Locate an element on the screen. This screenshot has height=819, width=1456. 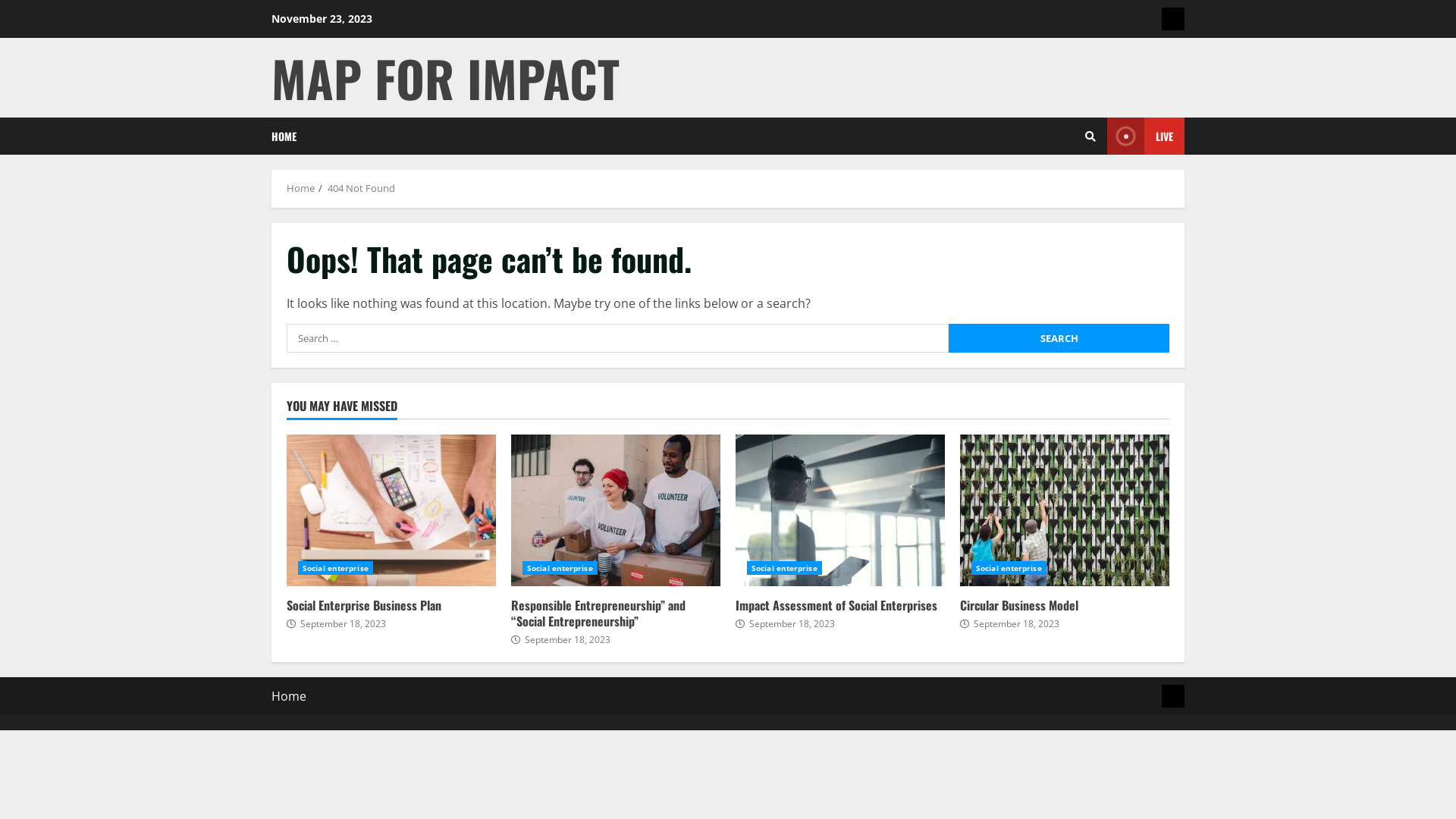
'Circular Business Model' is located at coordinates (1063, 510).